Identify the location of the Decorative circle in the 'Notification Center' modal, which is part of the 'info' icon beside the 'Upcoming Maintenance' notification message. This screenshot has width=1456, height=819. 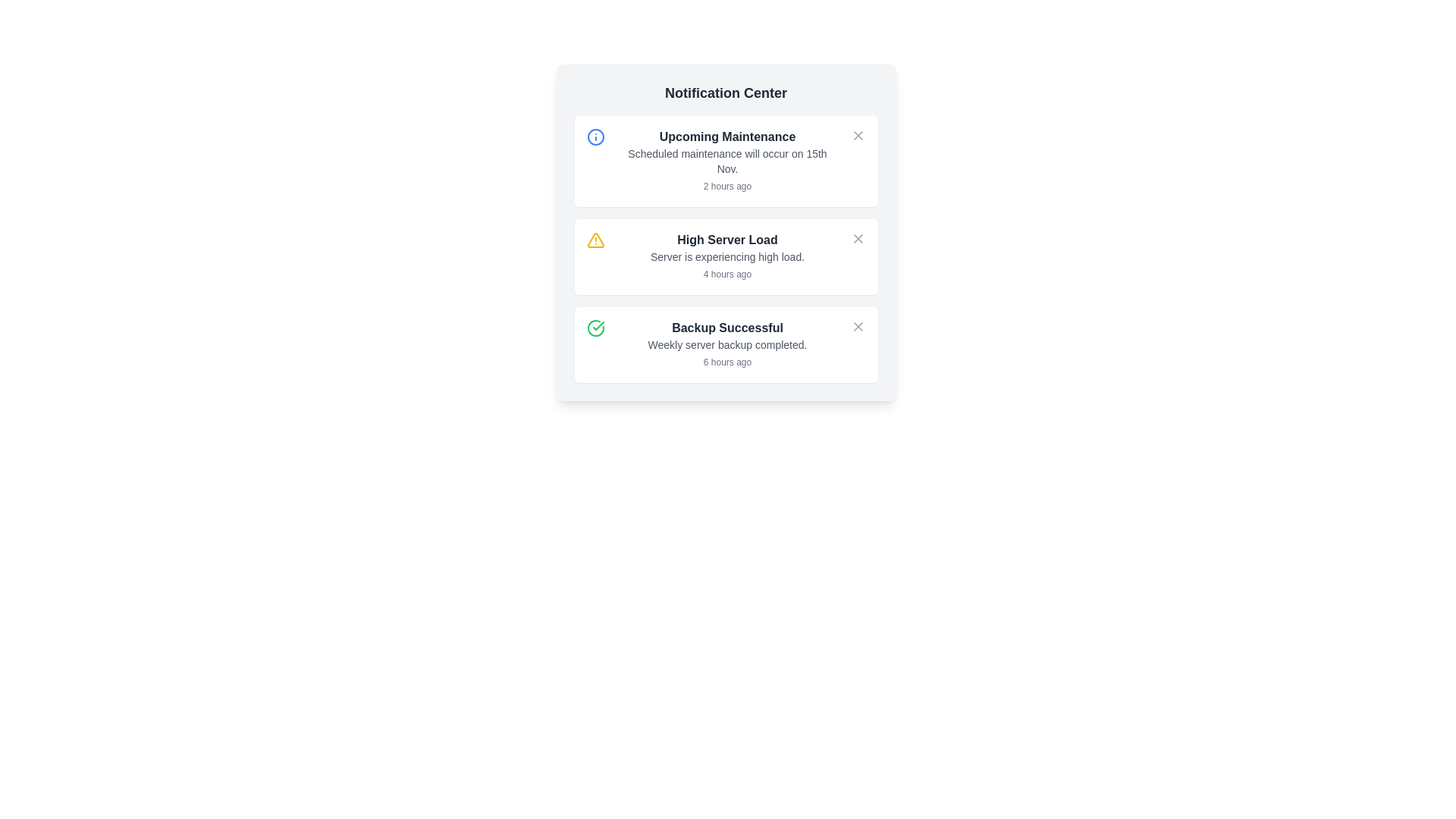
(595, 137).